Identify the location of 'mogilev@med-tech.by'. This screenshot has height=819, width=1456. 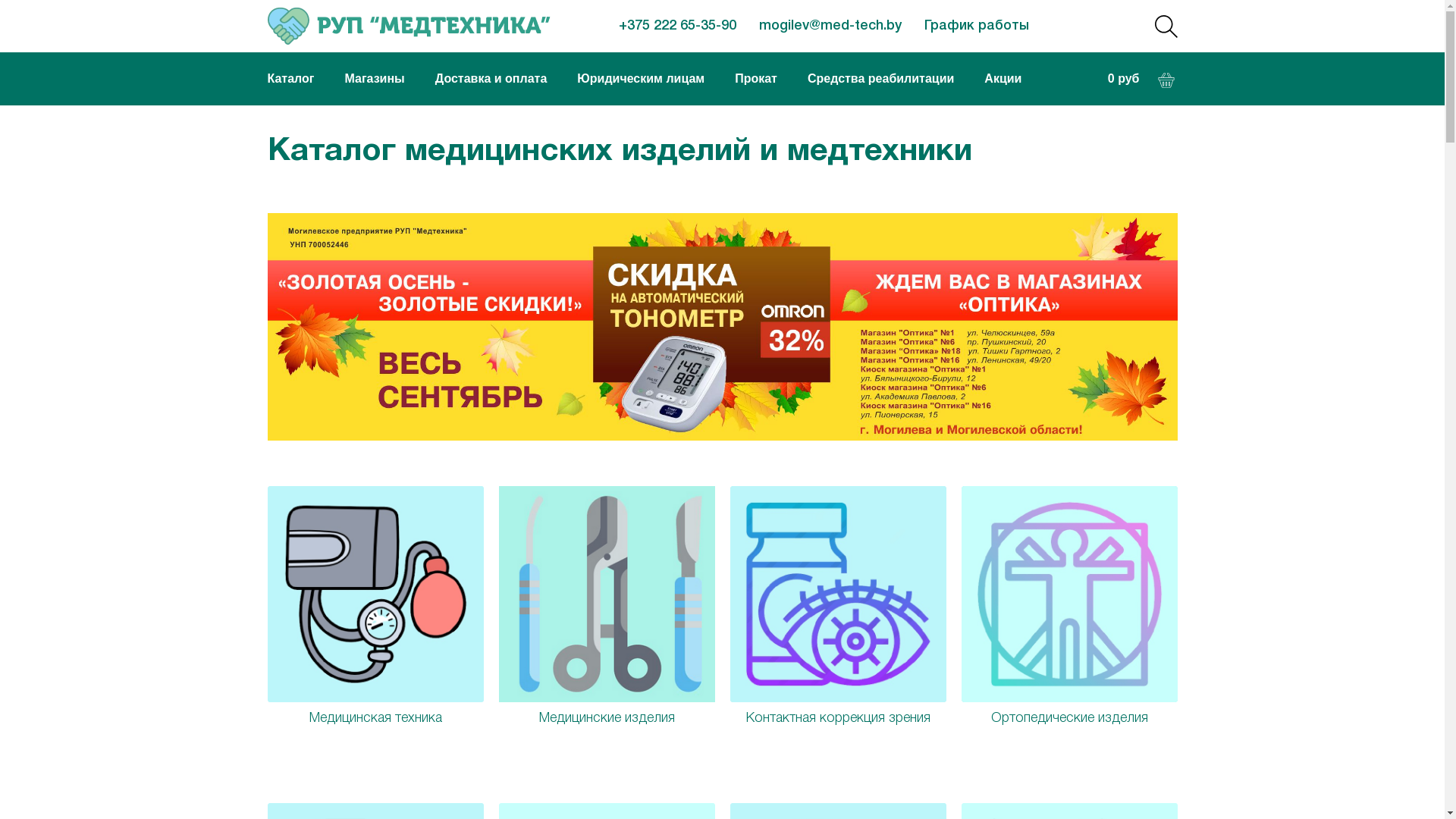
(829, 26).